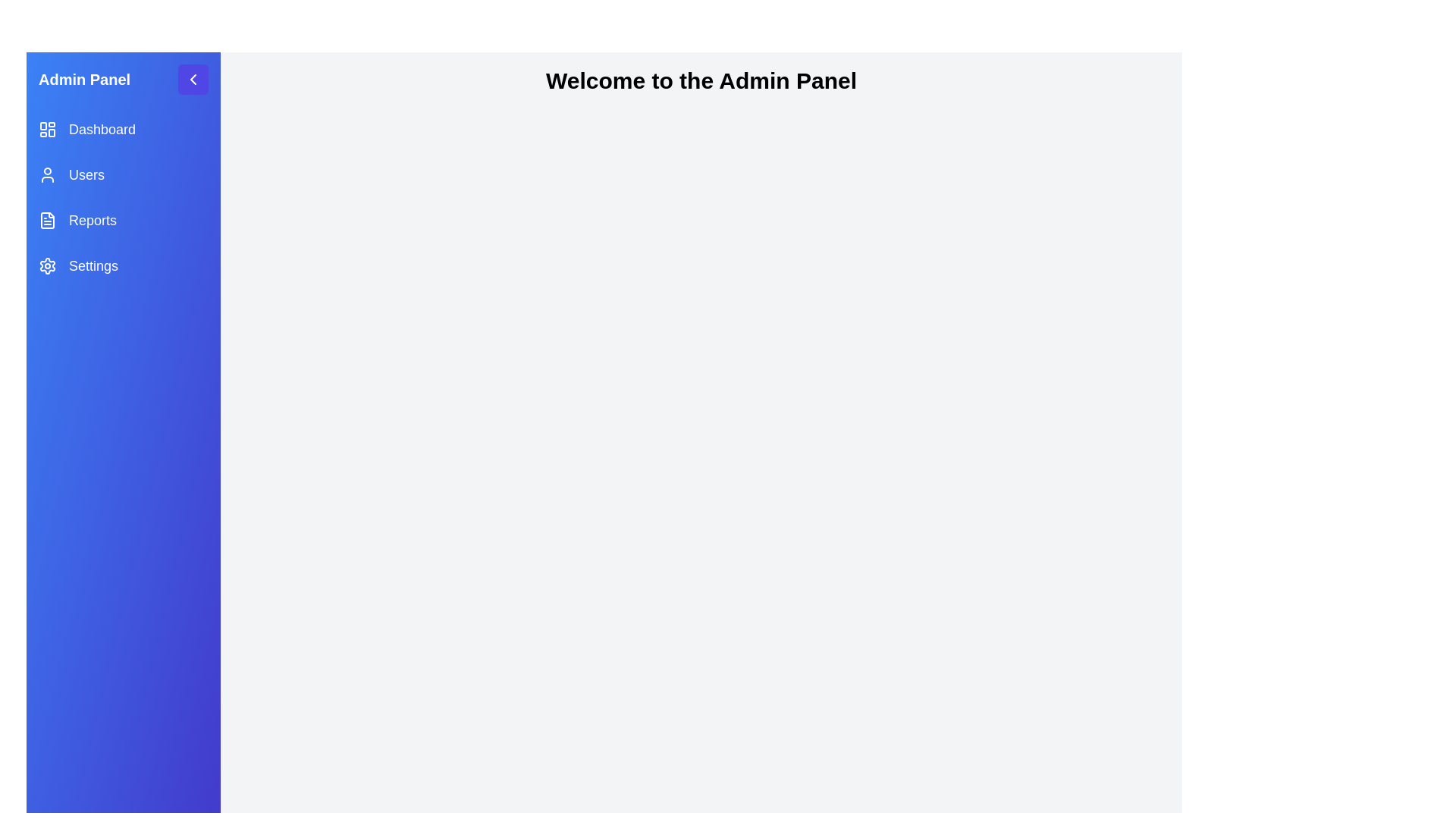  What do you see at coordinates (47, 220) in the screenshot?
I see `the 'Reports' menu icon located in the vertical sidebar of the admin panel` at bounding box center [47, 220].